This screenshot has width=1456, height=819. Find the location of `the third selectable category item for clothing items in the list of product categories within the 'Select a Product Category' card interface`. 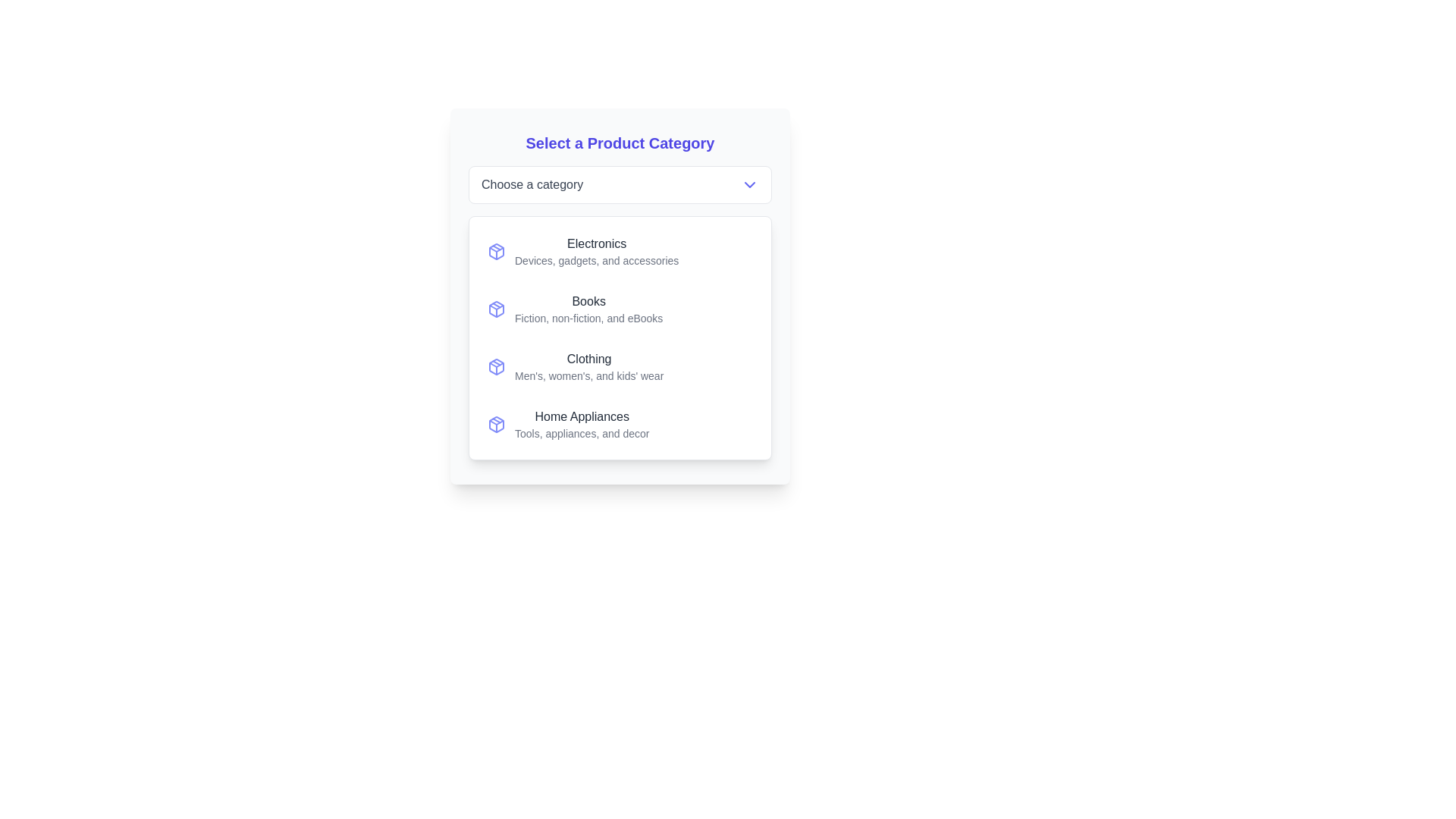

the third selectable category item for clothing items in the list of product categories within the 'Select a Product Category' card interface is located at coordinates (620, 366).